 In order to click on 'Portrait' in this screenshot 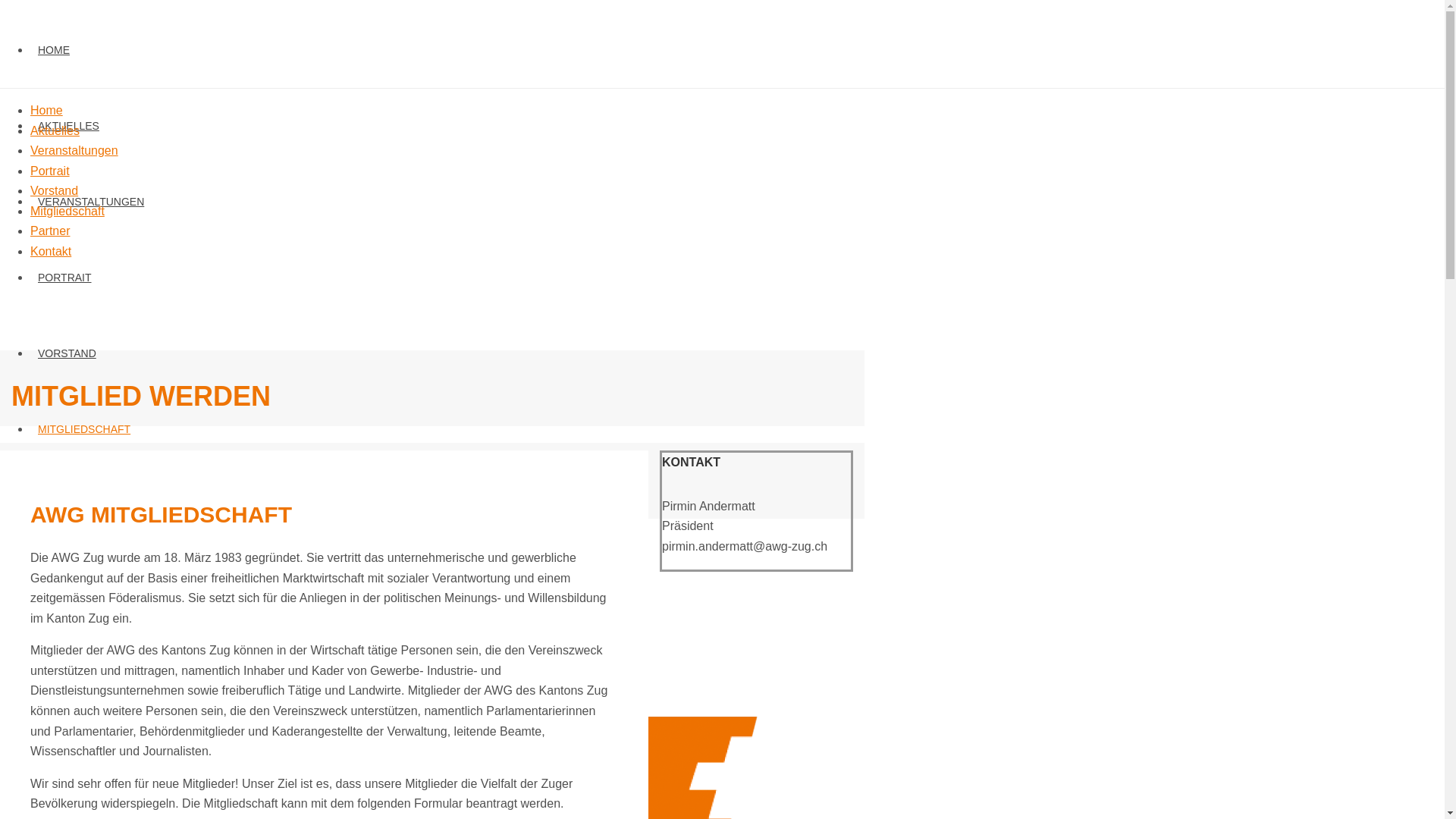, I will do `click(50, 171)`.